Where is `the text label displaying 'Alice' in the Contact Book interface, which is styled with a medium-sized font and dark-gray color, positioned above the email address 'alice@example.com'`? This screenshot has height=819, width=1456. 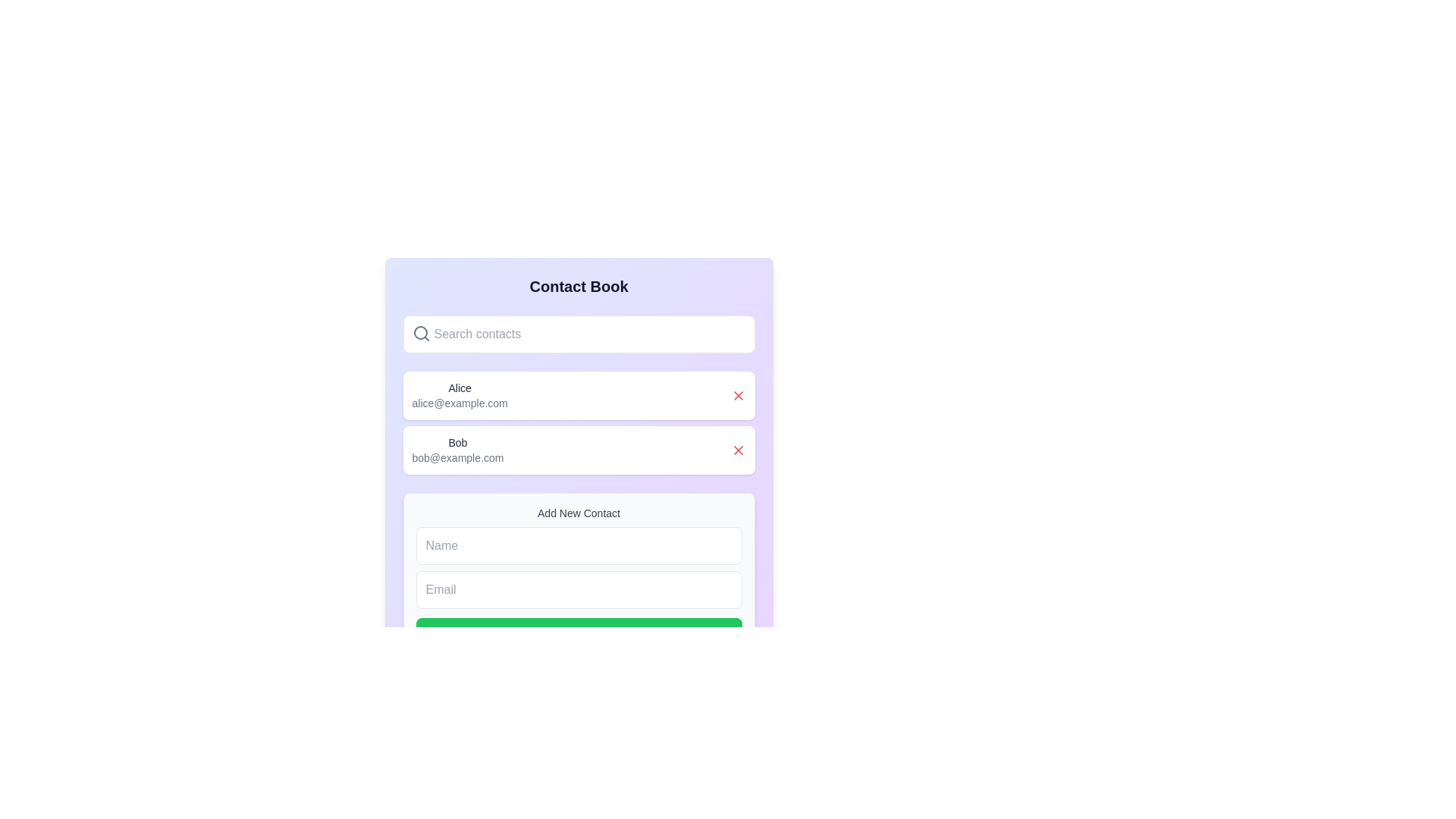
the text label displaying 'Alice' in the Contact Book interface, which is styled with a medium-sized font and dark-gray color, positioned above the email address 'alice@example.com' is located at coordinates (459, 388).